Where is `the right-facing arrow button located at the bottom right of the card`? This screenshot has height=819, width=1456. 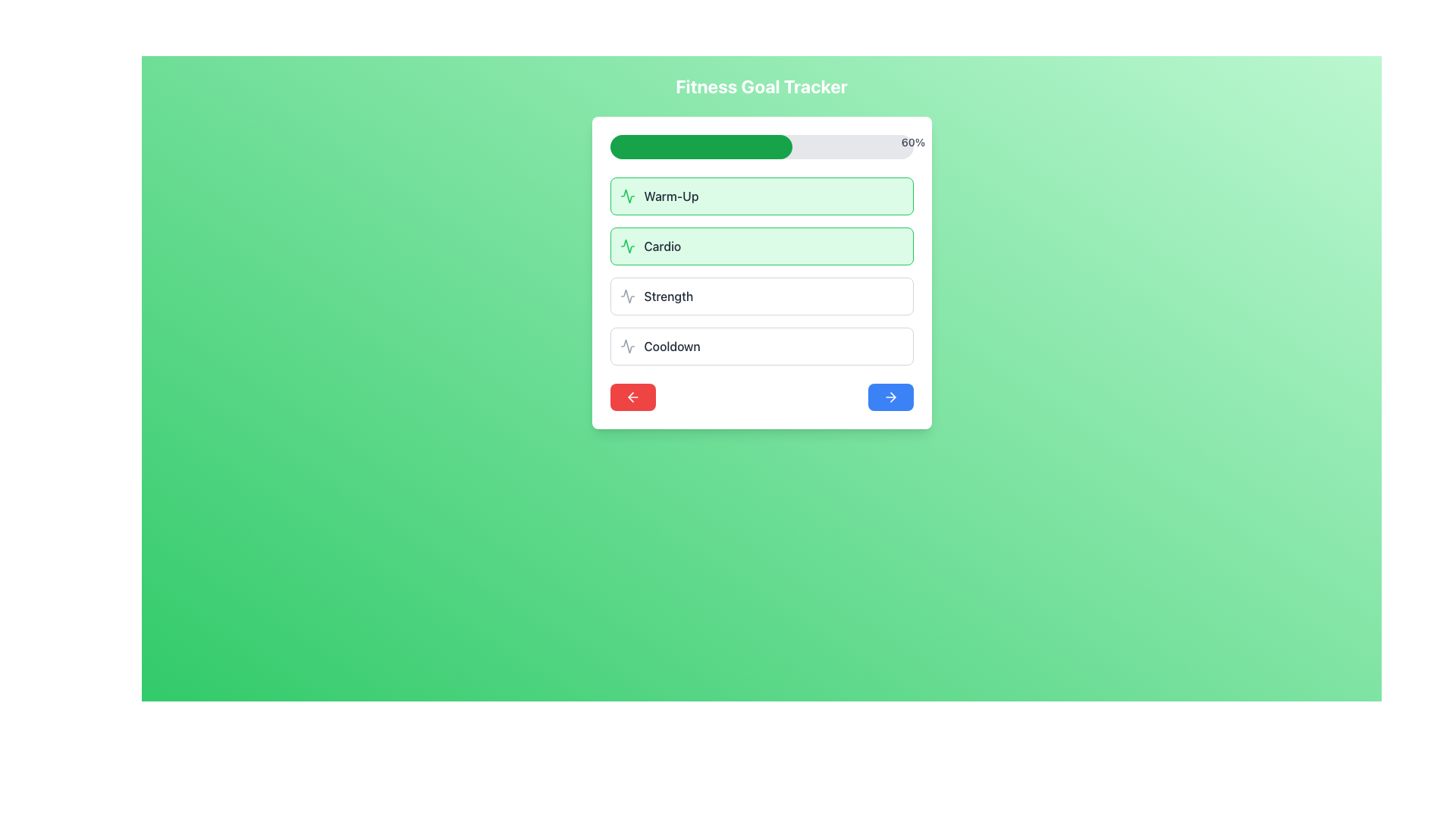 the right-facing arrow button located at the bottom right of the card is located at coordinates (890, 397).